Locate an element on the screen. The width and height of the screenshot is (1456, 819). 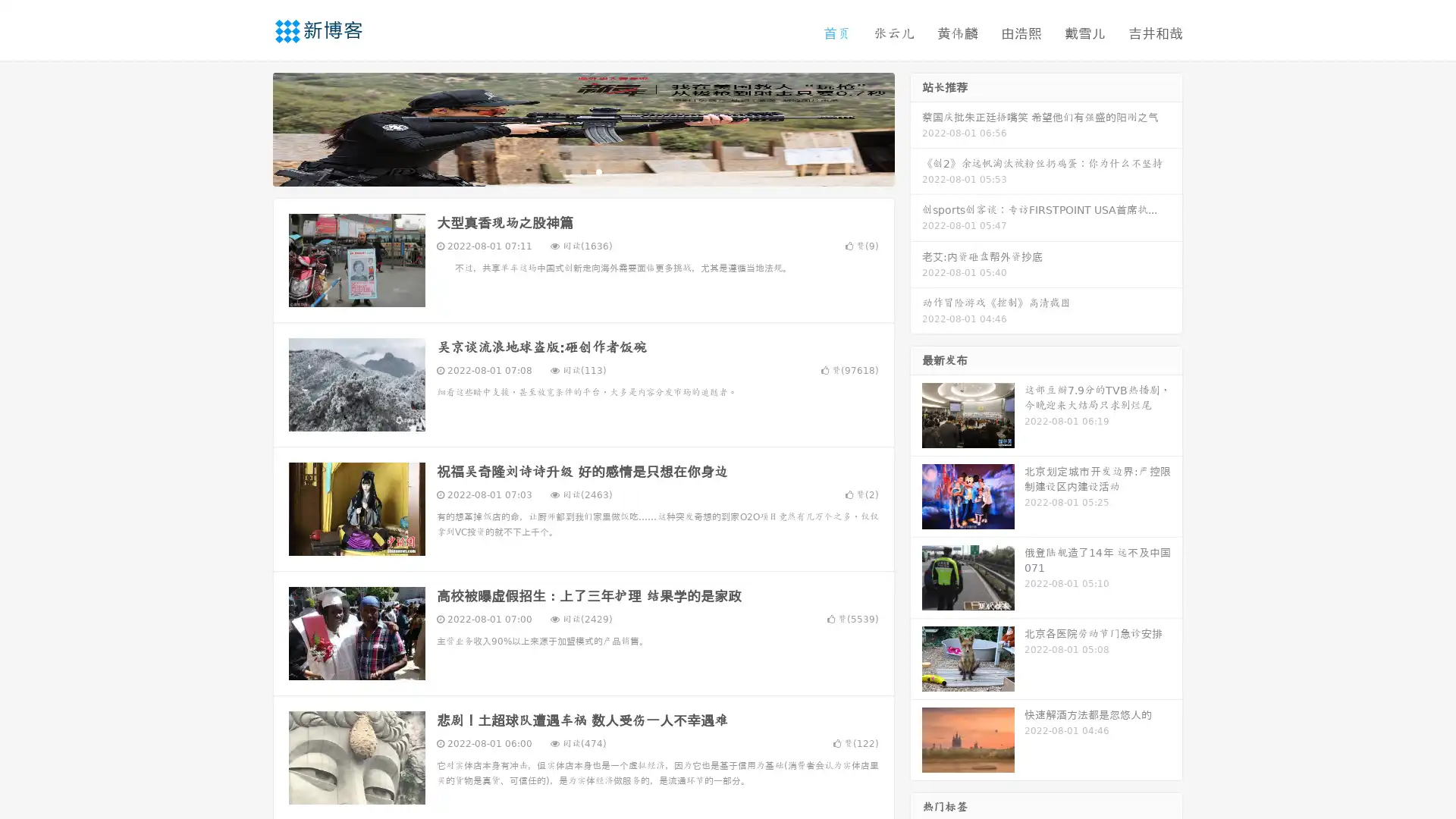
Next slide is located at coordinates (916, 127).